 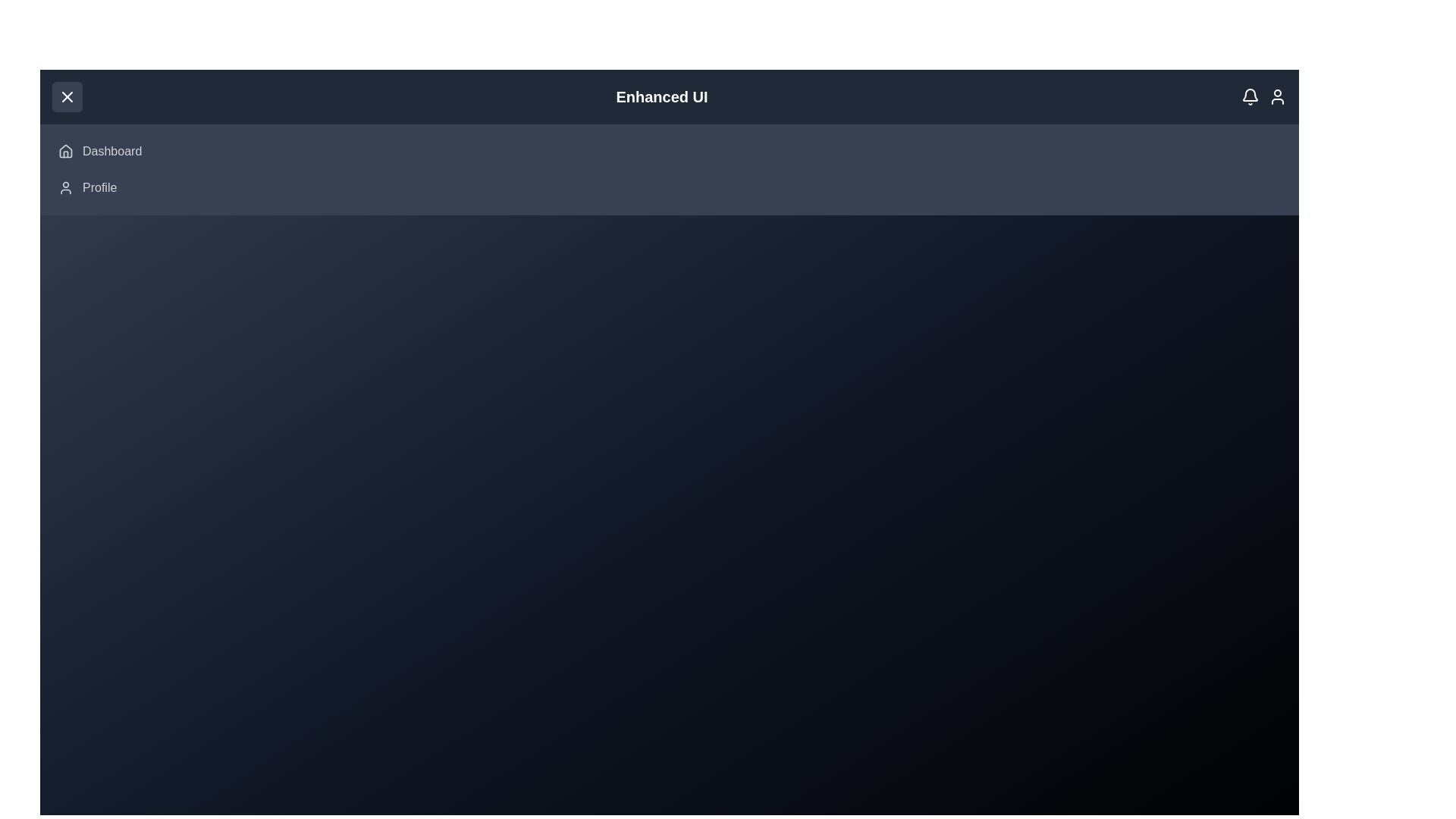 What do you see at coordinates (98, 187) in the screenshot?
I see `the 'Profile' menu item to navigate to the 'Profile' section` at bounding box center [98, 187].